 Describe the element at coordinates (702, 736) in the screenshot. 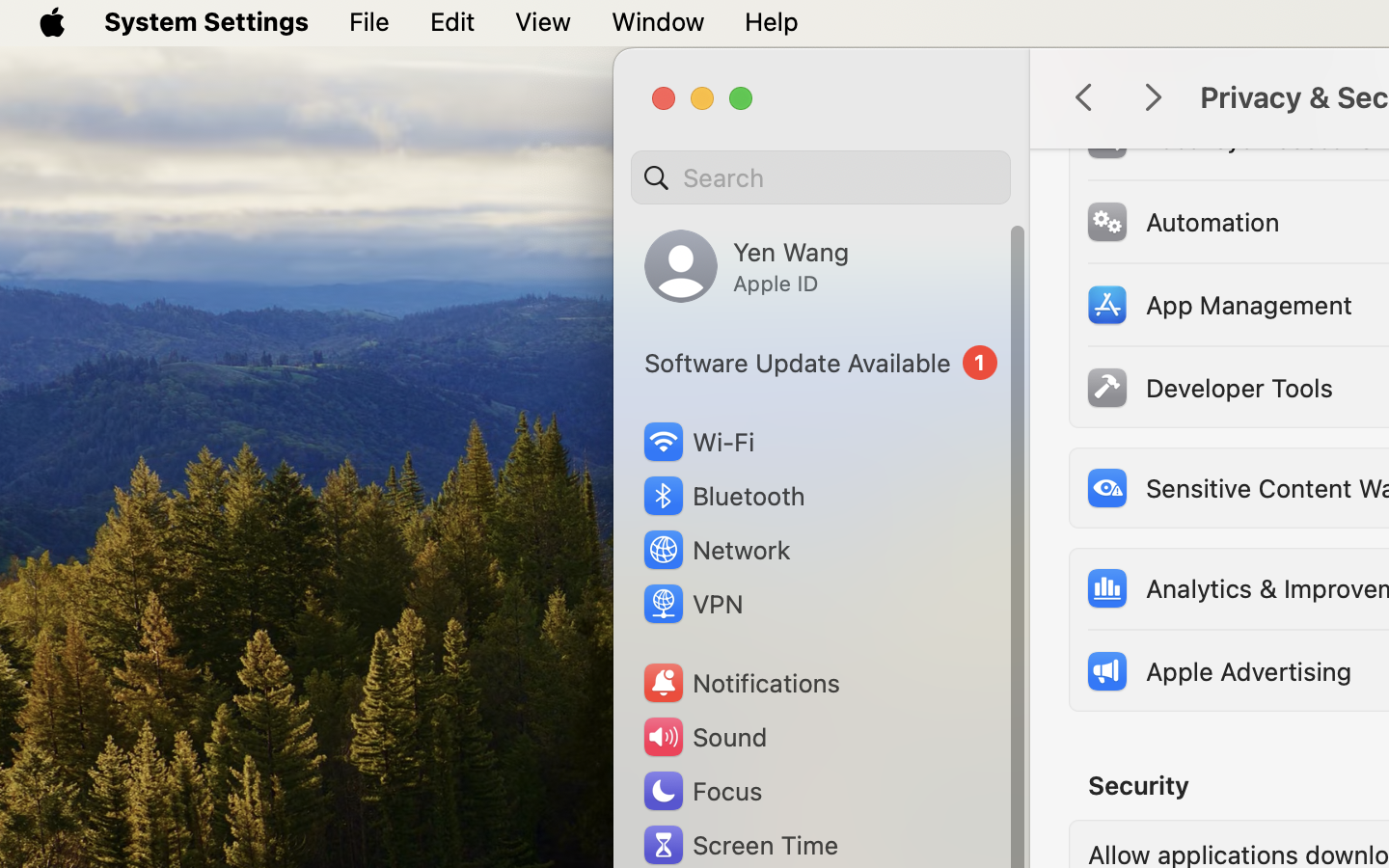

I see `'Sound'` at that location.